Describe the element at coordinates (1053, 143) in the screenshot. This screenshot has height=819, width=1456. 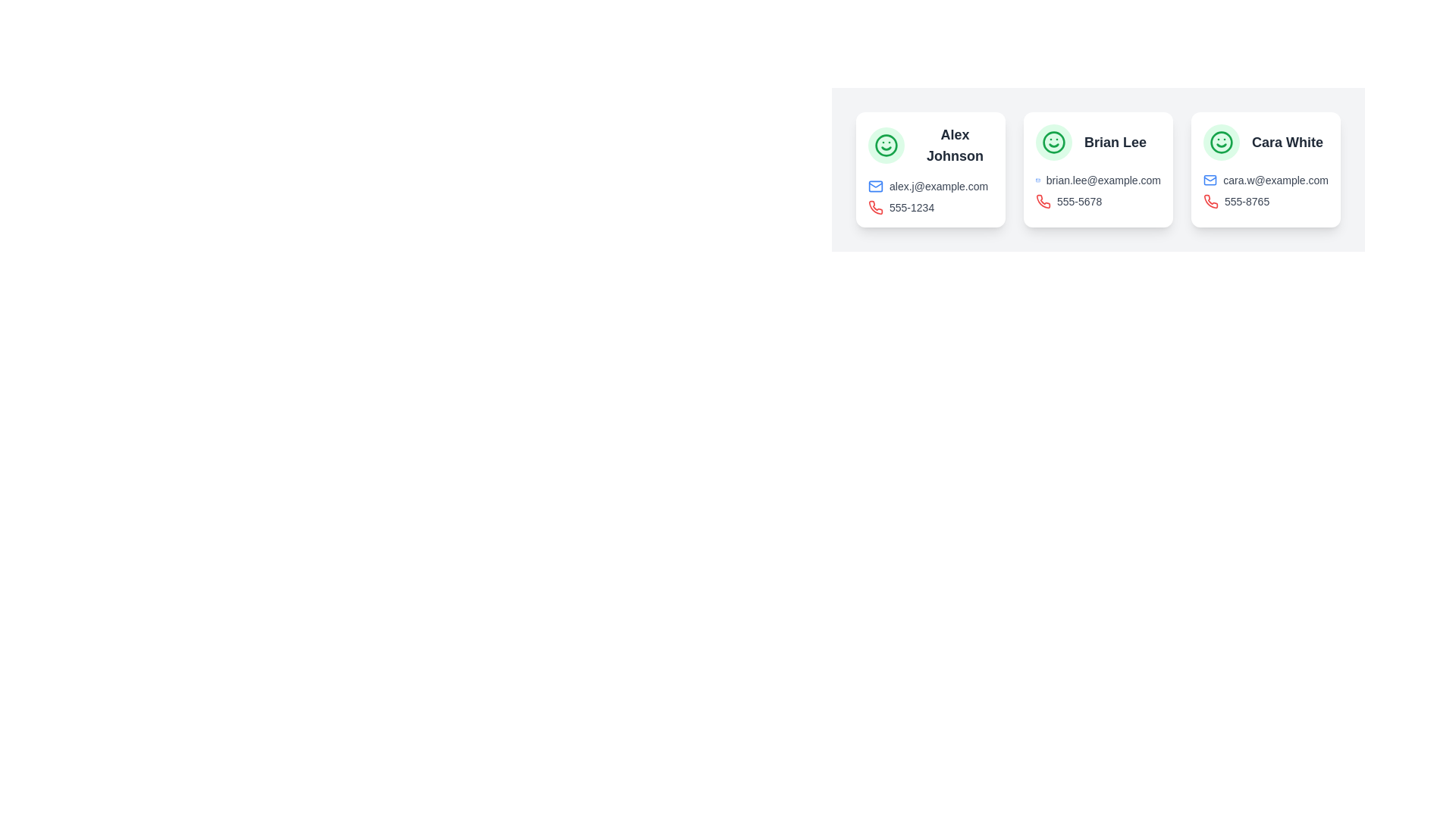
I see `the graphical icon located at the top-left corner of the card labeled 'Cara White', which signifies a persona's profile` at that location.